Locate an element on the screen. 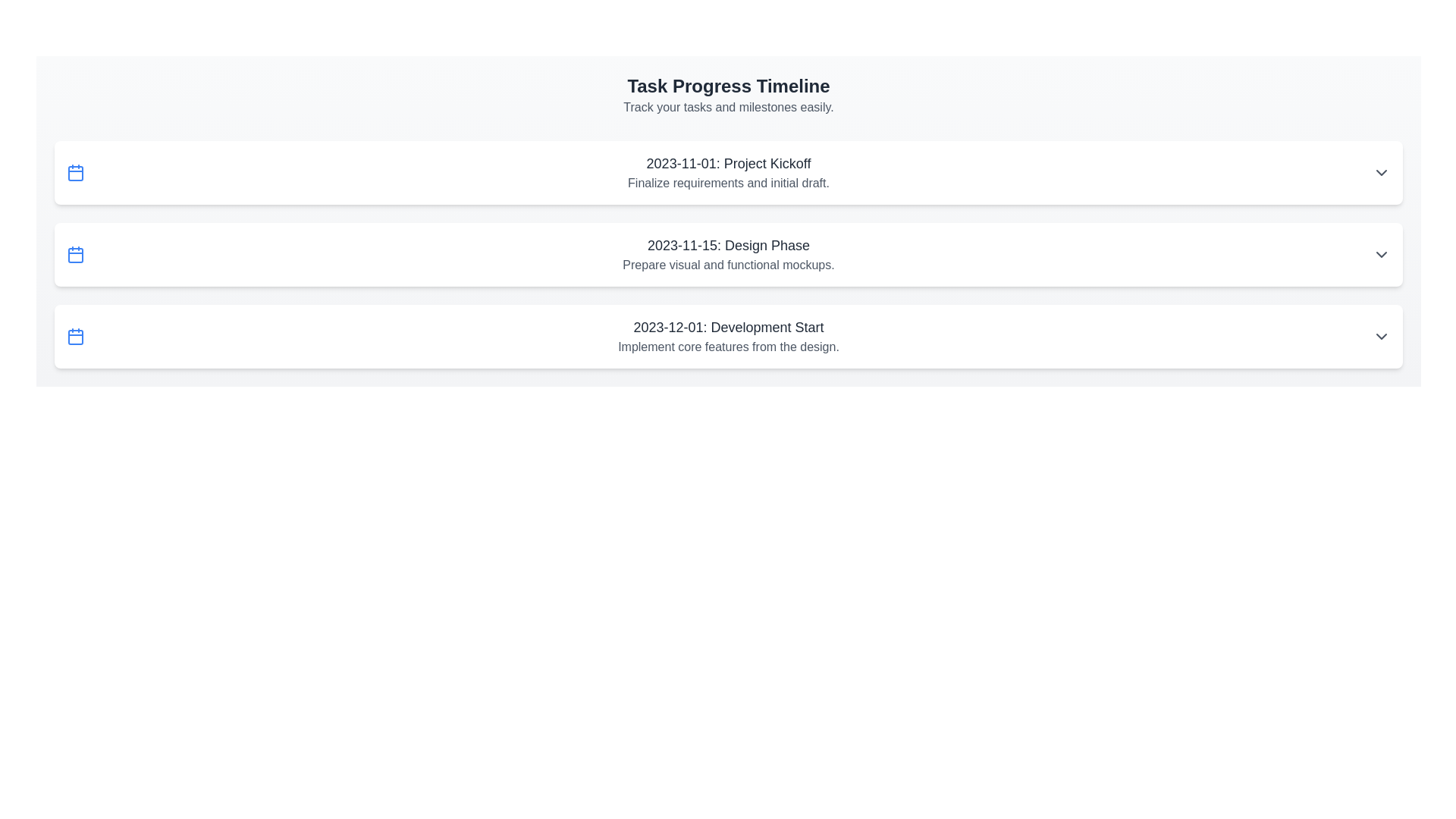  the textual label that contains the content 'Prepare visual and functional mockups.' which is styled in muted gray and positioned beneath the heading '2023-11-15: Design Phase.' is located at coordinates (728, 265).